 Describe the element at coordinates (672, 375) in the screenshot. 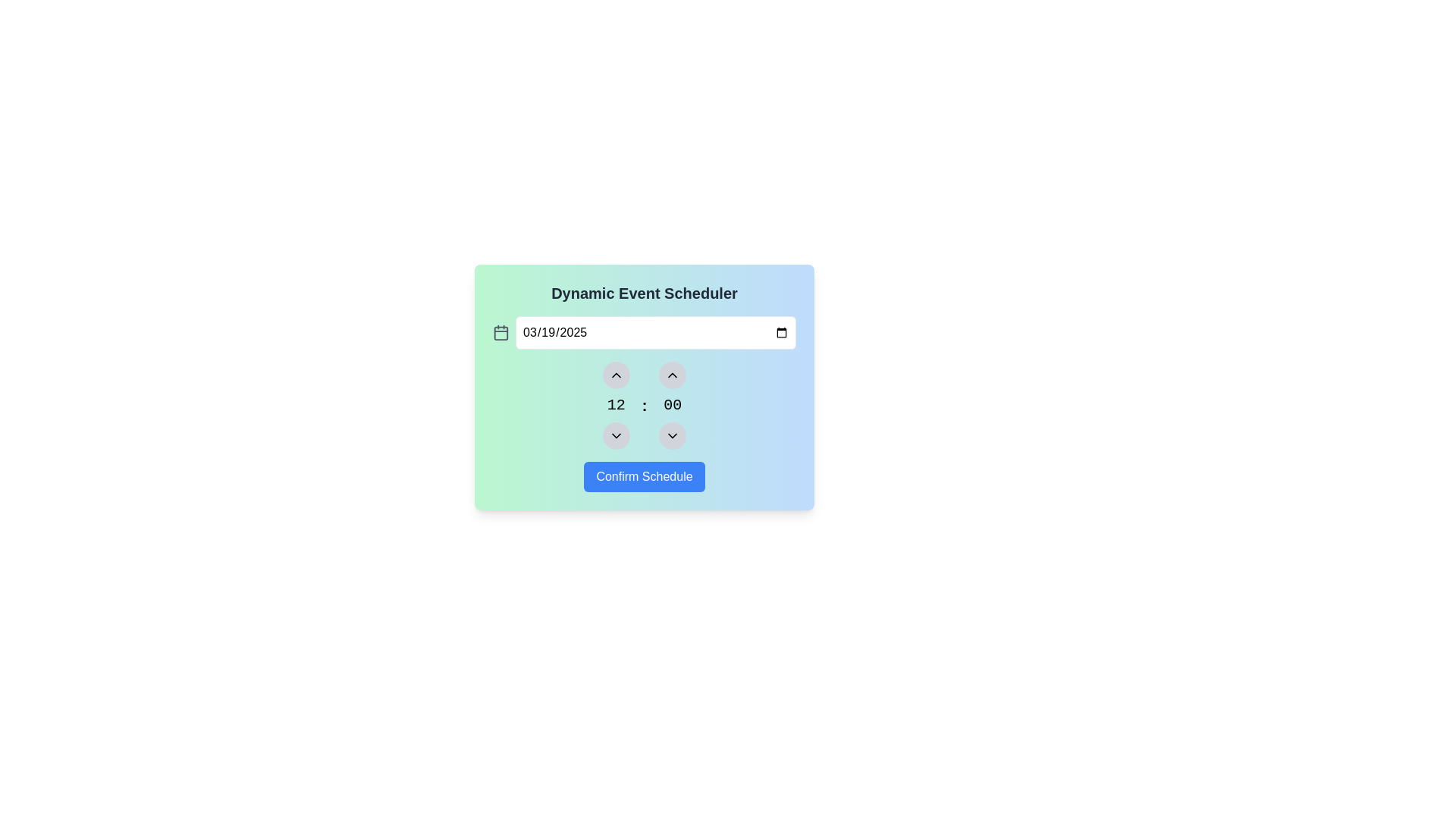

I see `the increment minute button located in the second column, above the decrement minute button, to trigger visual effects` at that location.